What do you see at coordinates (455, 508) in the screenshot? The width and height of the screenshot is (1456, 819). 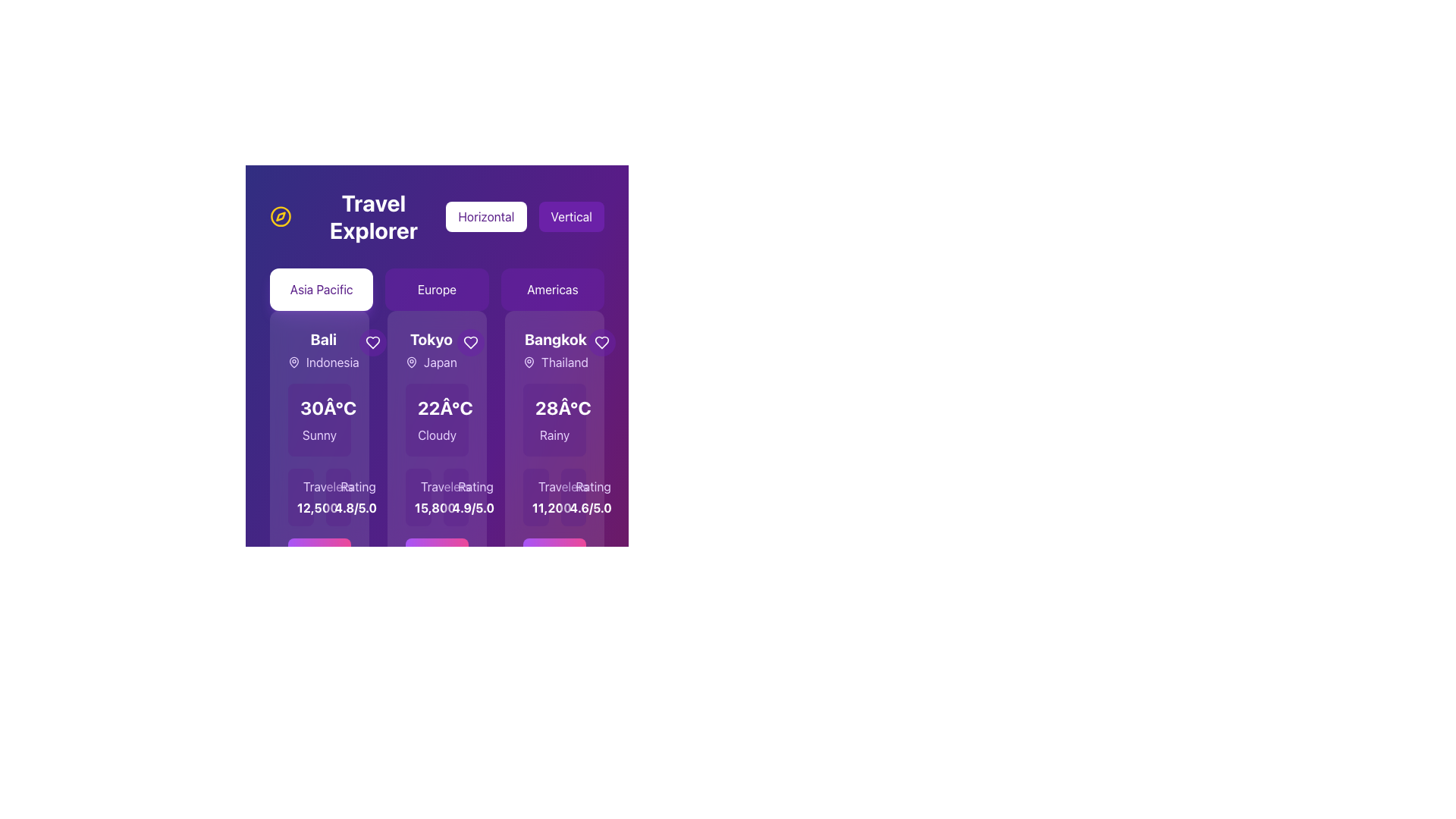 I see `the Text Label displaying the average rating for the city 'Tokyo' located in the bottom right corner of the card labeled 'Tokyo' under 'Europe'` at bounding box center [455, 508].